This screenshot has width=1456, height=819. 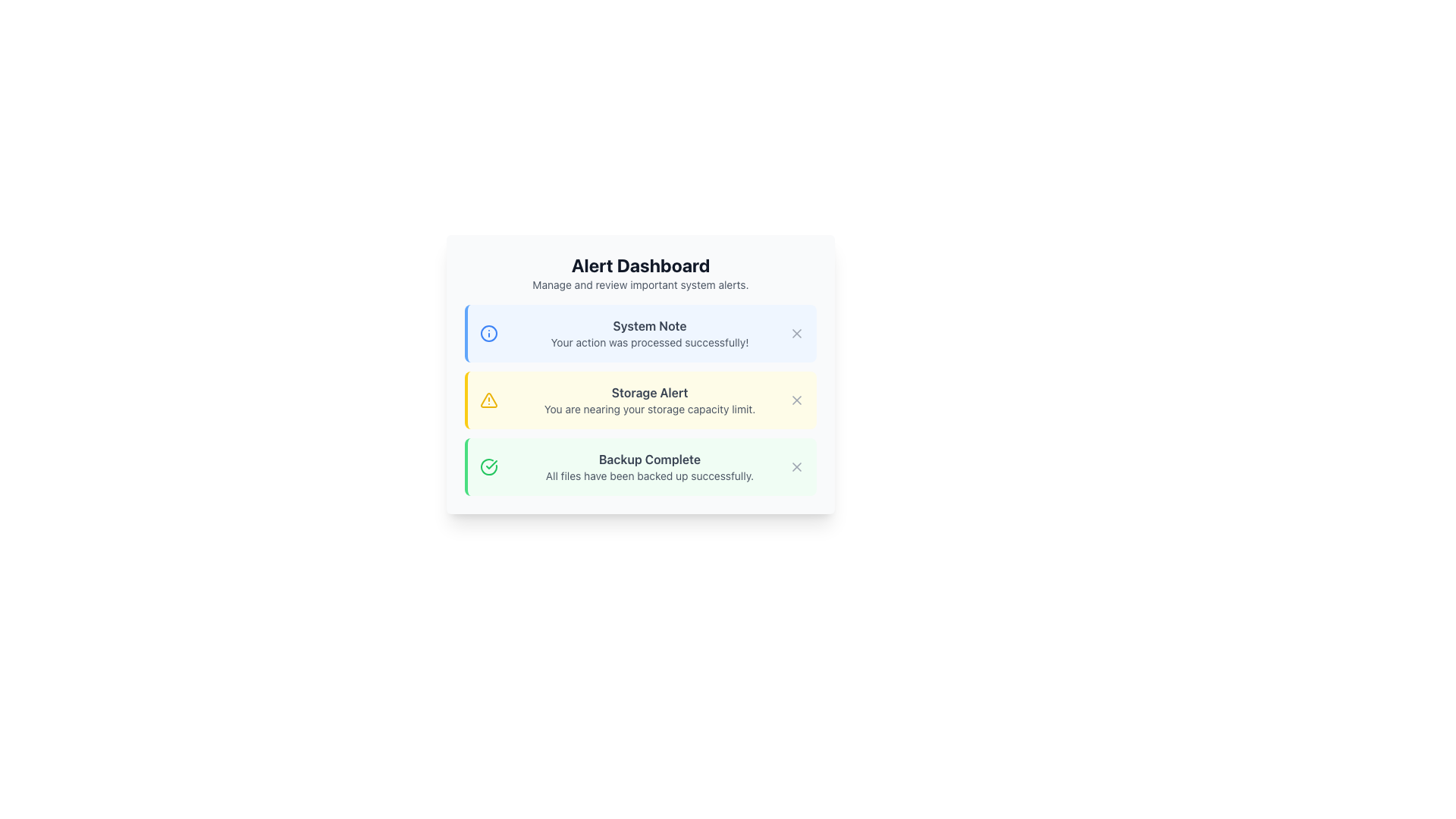 I want to click on the warning alert notification located below the 'System Note' alert and above the 'Backup Complete' alert, so click(x=640, y=400).